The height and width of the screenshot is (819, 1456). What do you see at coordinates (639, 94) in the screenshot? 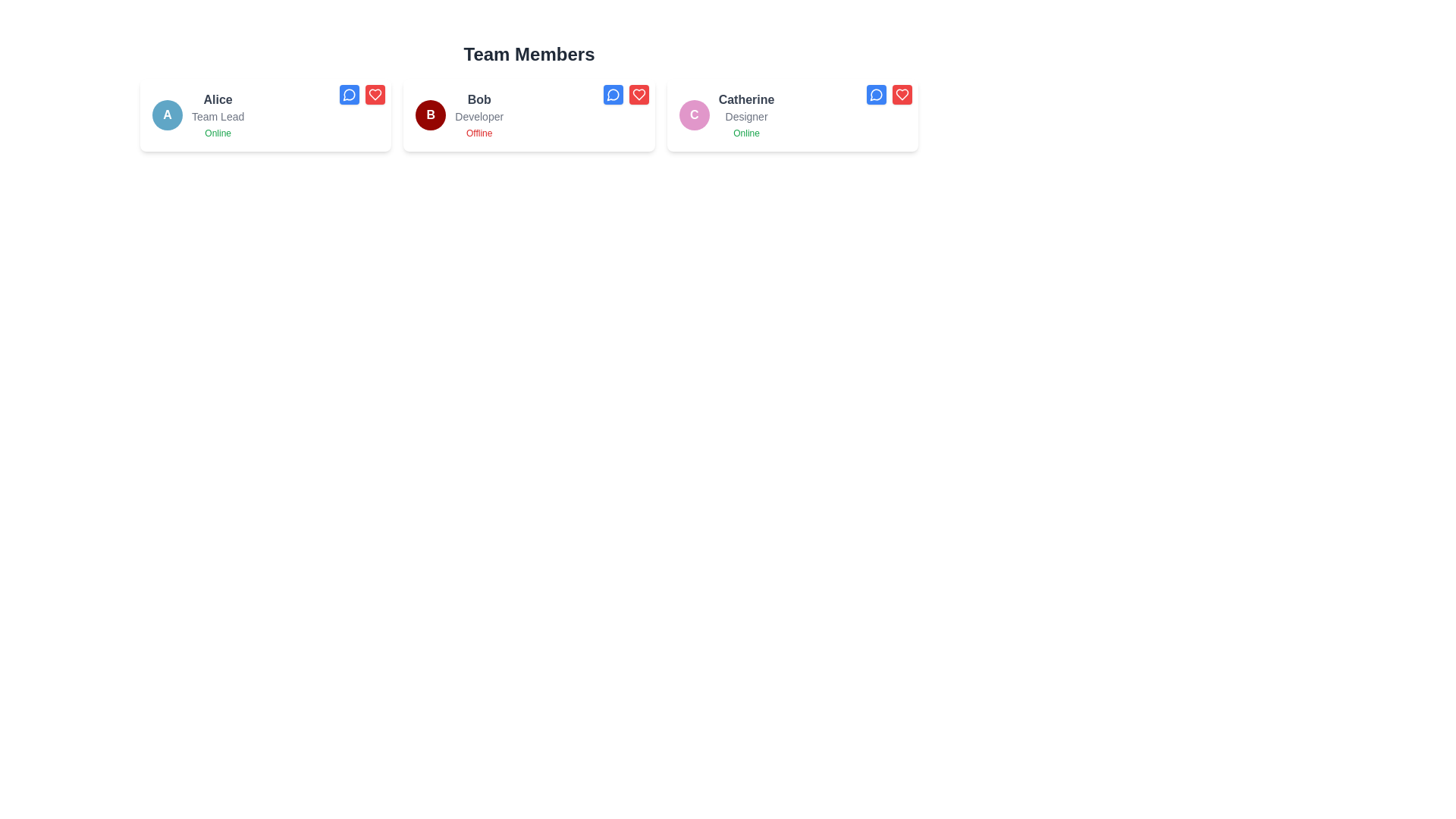
I see `the heart-shaped icon within the button component located at the top-right corner of Bob's team member card` at bounding box center [639, 94].